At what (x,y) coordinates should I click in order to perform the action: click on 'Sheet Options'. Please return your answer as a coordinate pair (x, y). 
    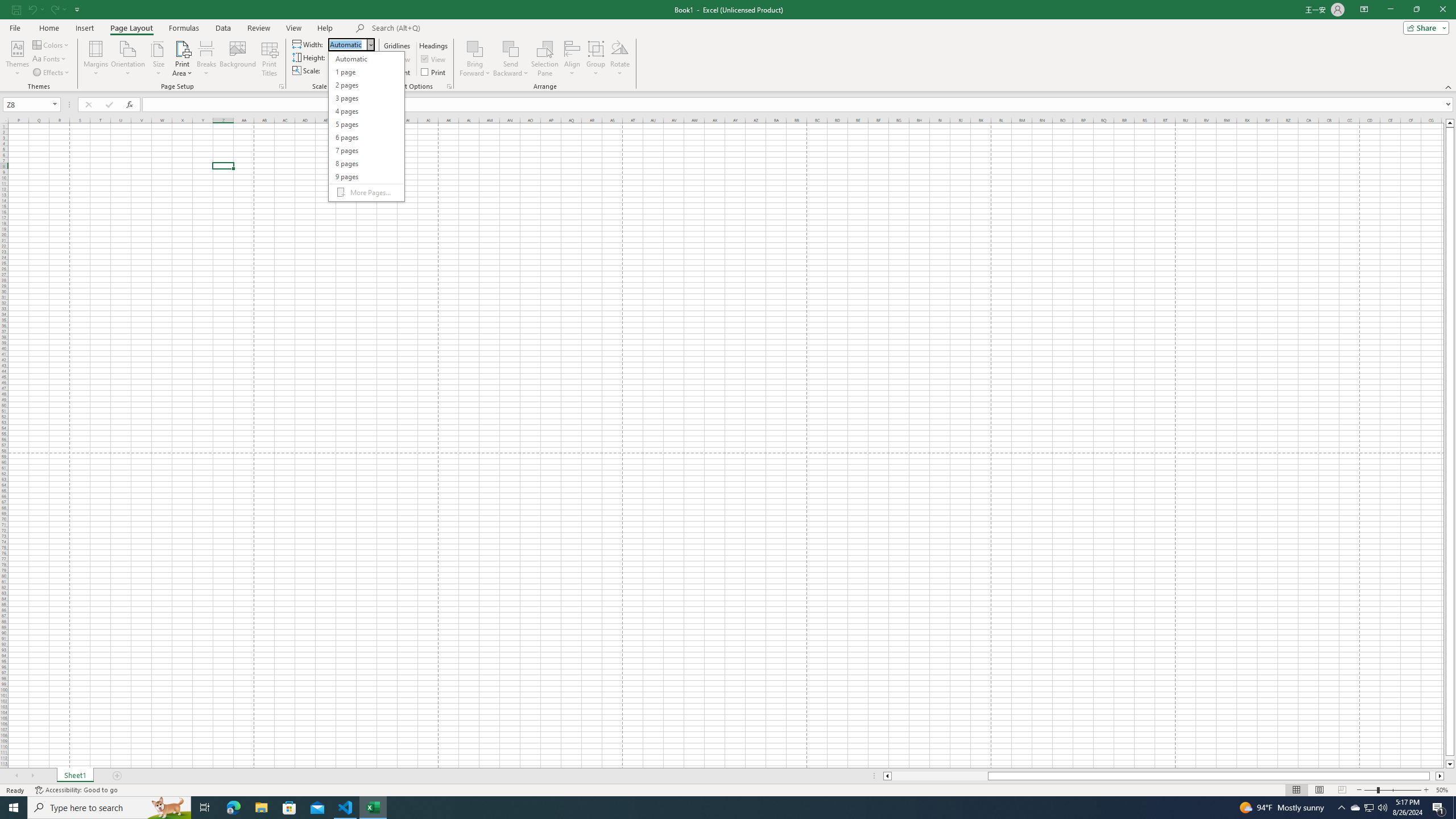
    Looking at the image, I should click on (448, 85).